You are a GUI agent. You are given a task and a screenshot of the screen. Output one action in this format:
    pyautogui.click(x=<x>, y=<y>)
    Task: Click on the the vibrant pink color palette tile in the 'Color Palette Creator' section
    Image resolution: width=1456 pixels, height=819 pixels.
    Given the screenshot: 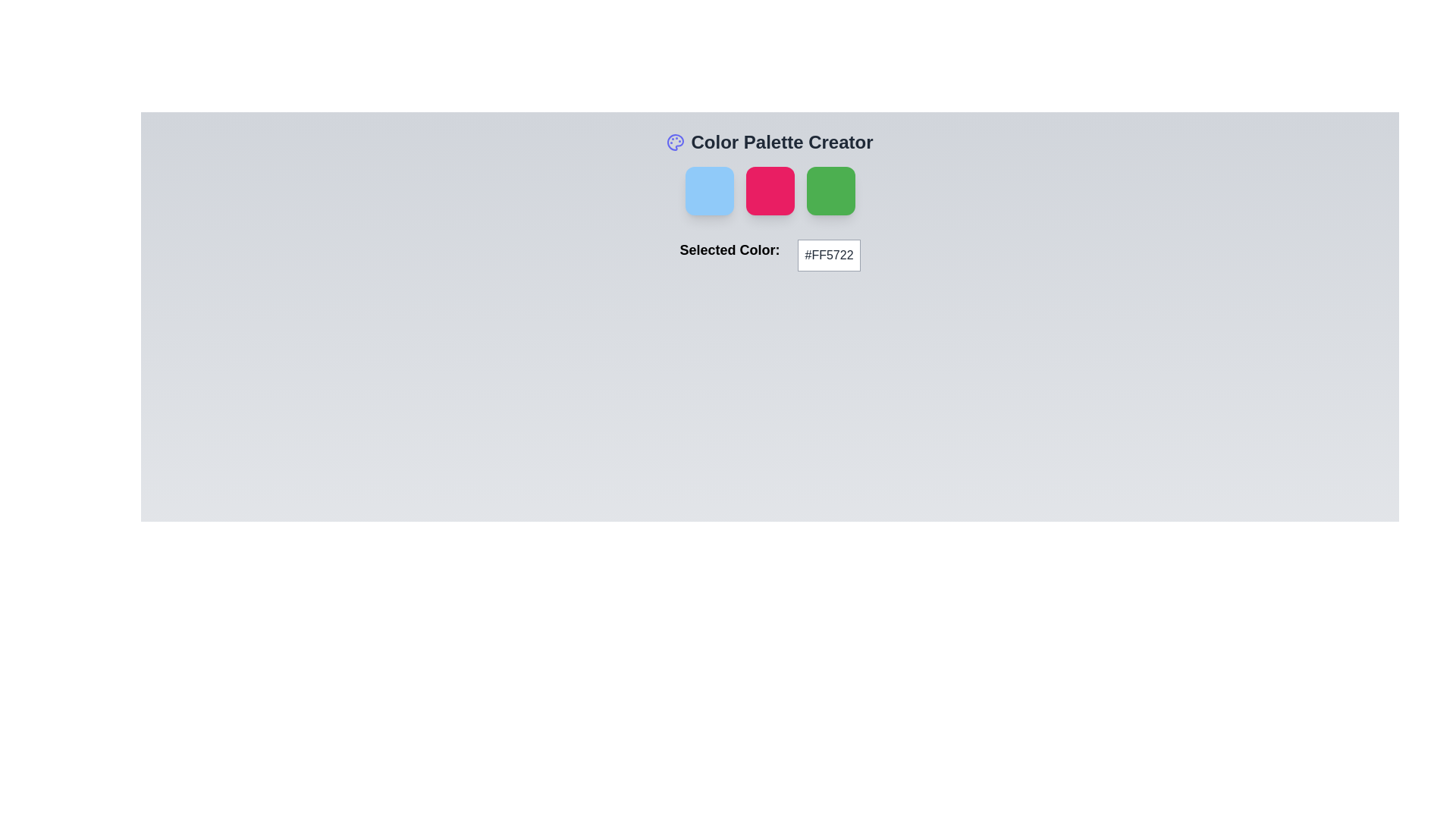 What is the action you would take?
    pyautogui.click(x=770, y=190)
    